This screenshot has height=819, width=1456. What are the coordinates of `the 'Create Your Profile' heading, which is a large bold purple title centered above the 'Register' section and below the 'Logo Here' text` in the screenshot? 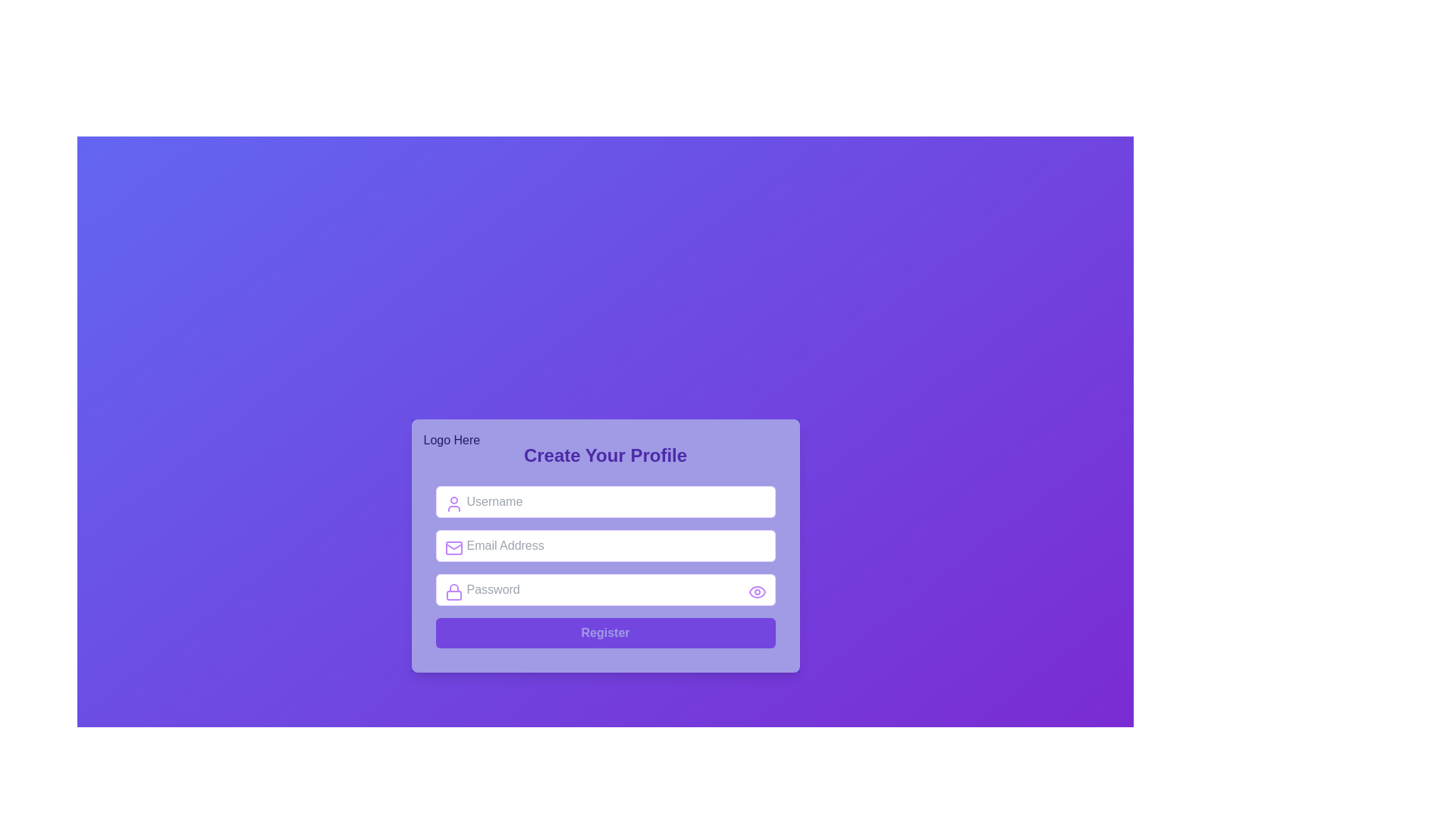 It's located at (604, 455).